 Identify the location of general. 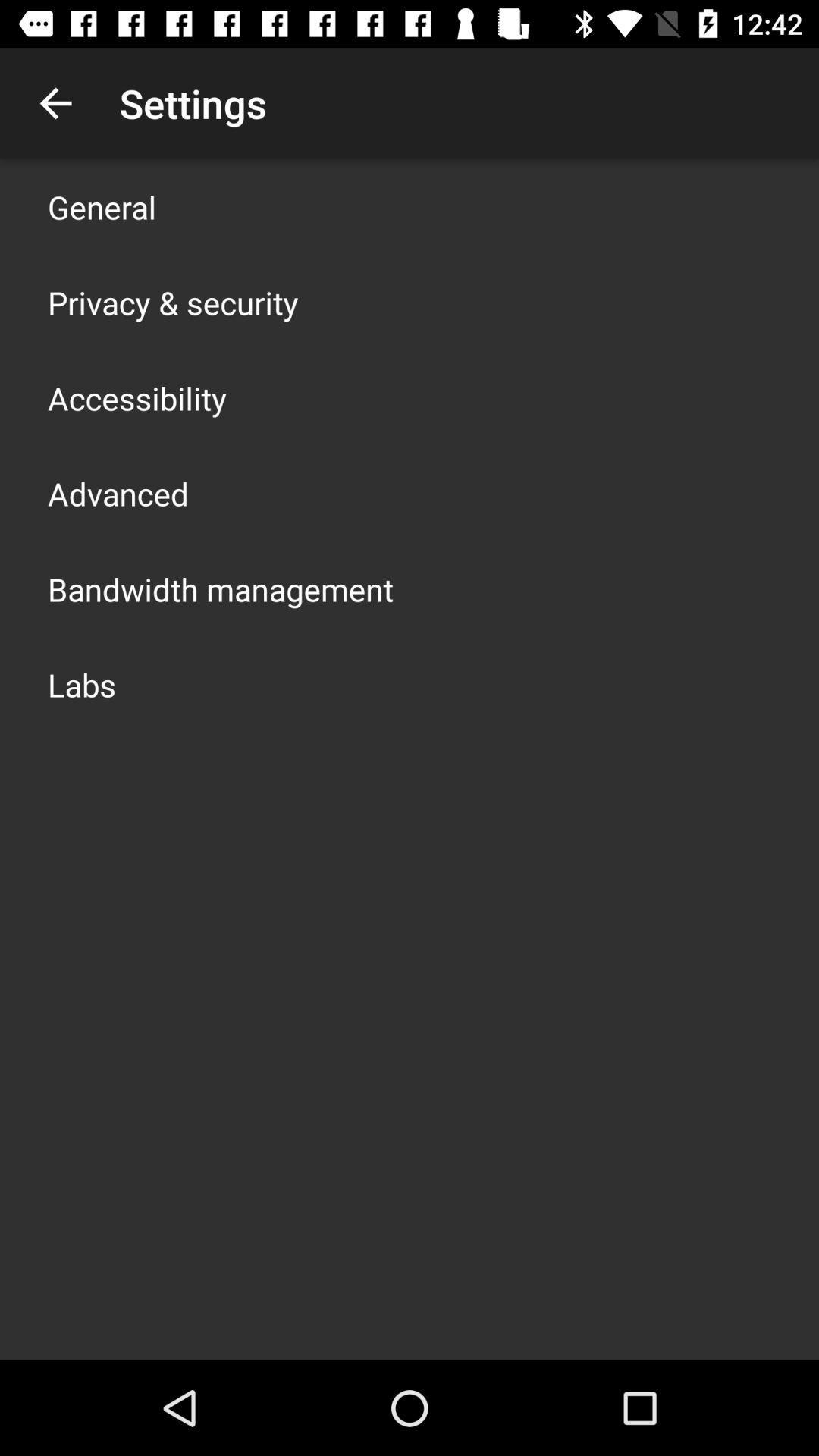
(102, 206).